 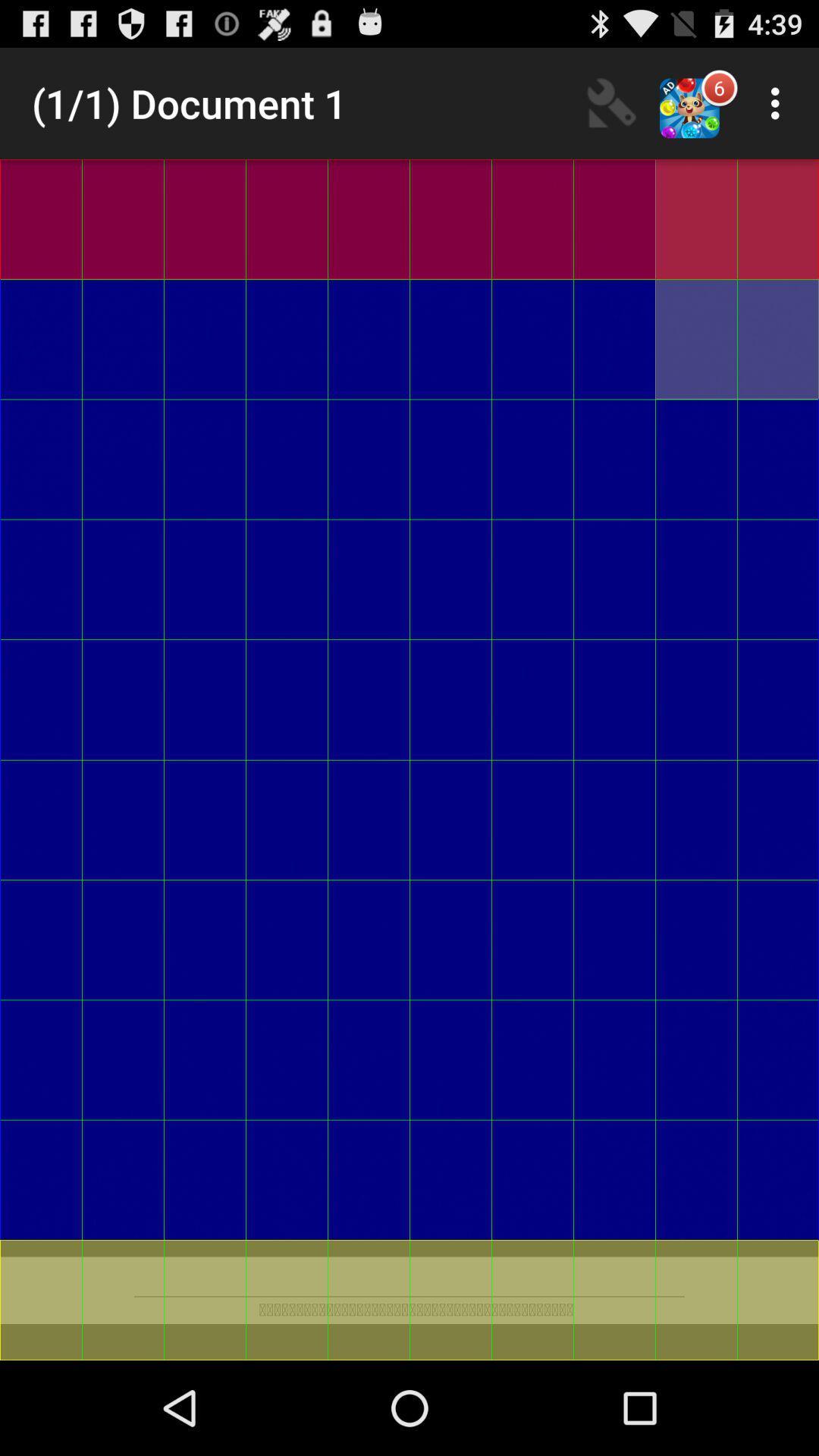 I want to click on the app next to the 6 item, so click(x=779, y=102).